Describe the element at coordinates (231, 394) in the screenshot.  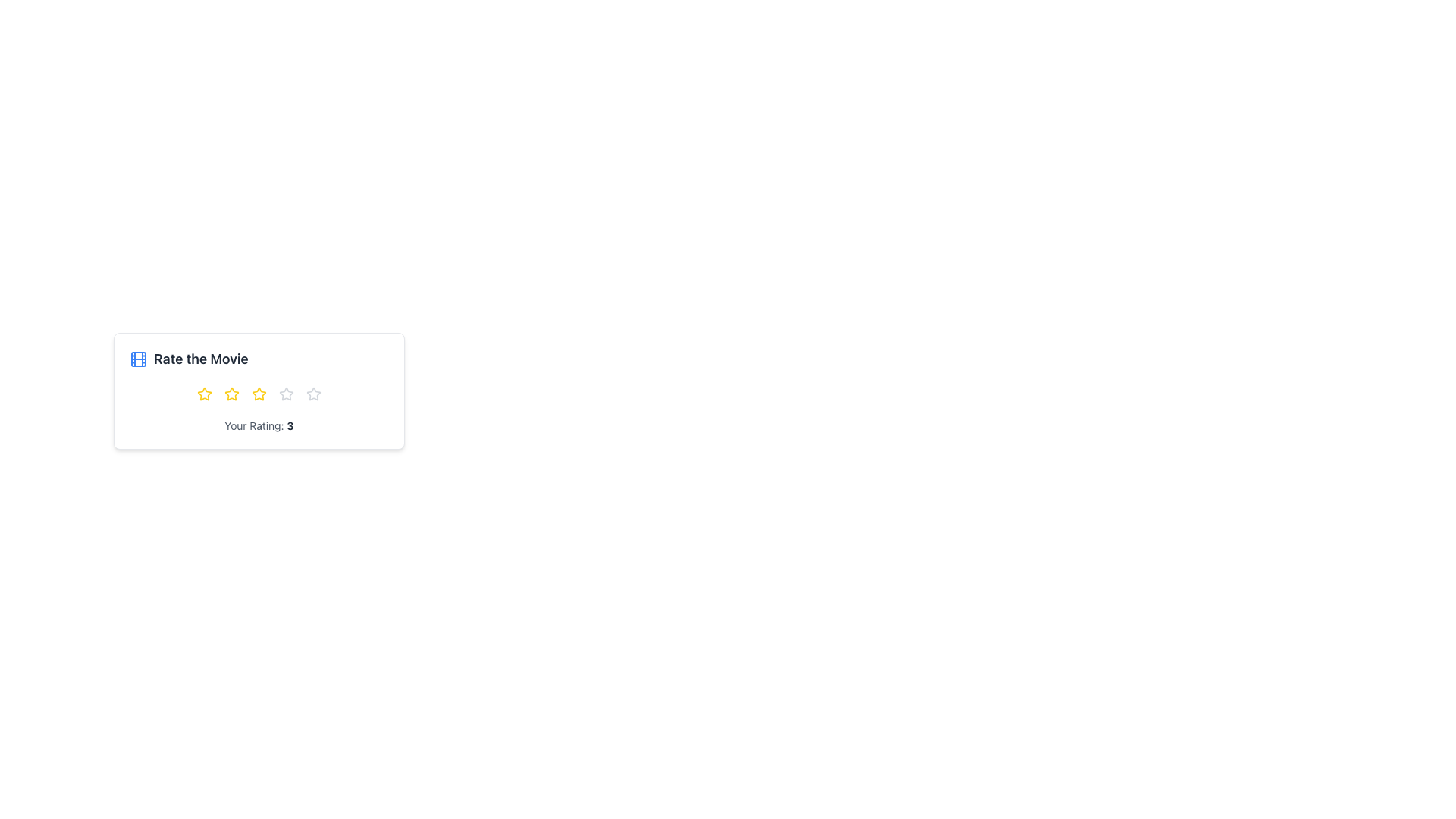
I see `the third rating star in the 'Rate the Movie' section` at that location.